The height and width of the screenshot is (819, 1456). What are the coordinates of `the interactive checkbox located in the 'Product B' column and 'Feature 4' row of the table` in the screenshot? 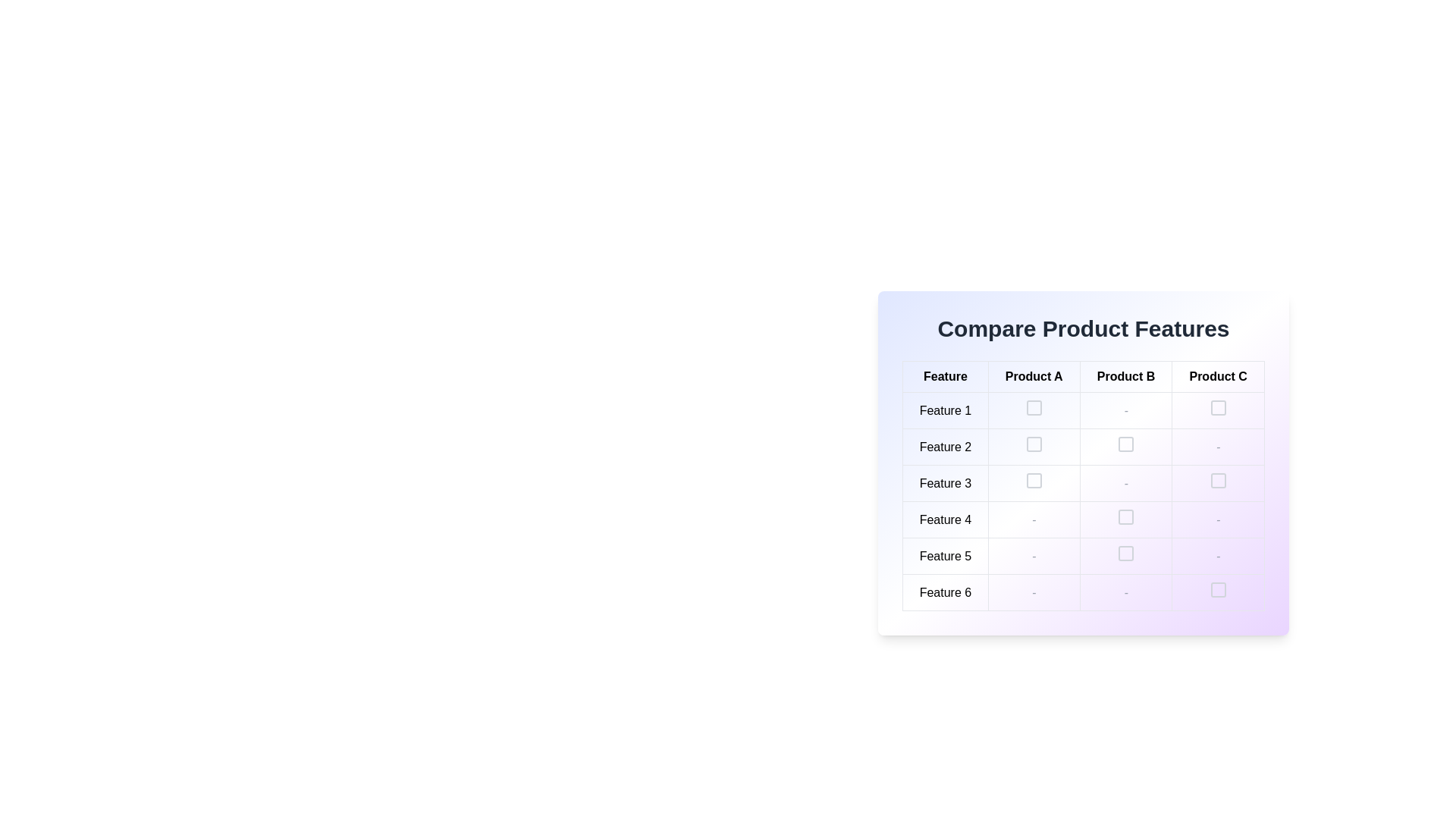 It's located at (1126, 516).